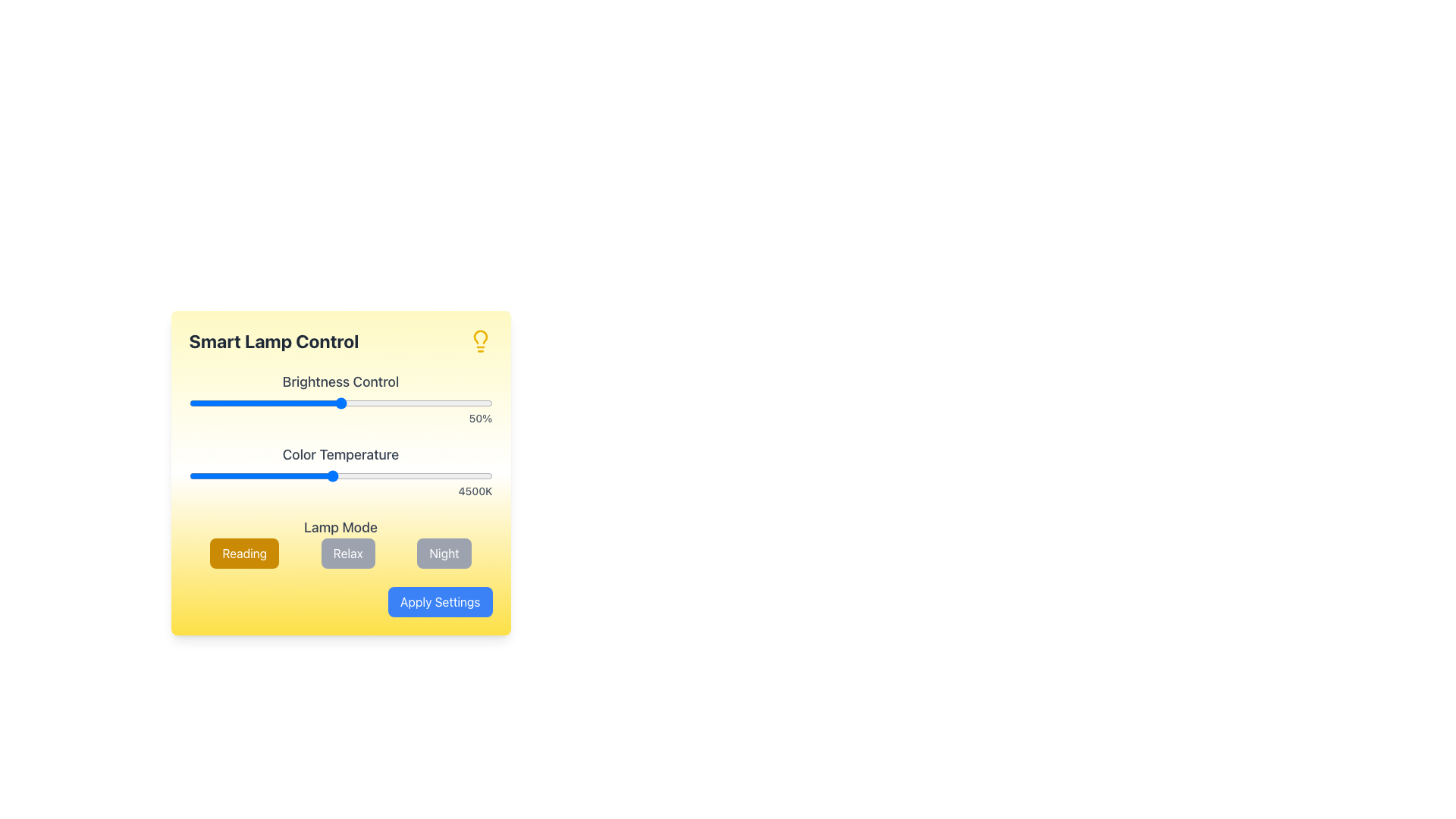 The image size is (1456, 819). What do you see at coordinates (299, 475) in the screenshot?
I see `the color temperature` at bounding box center [299, 475].